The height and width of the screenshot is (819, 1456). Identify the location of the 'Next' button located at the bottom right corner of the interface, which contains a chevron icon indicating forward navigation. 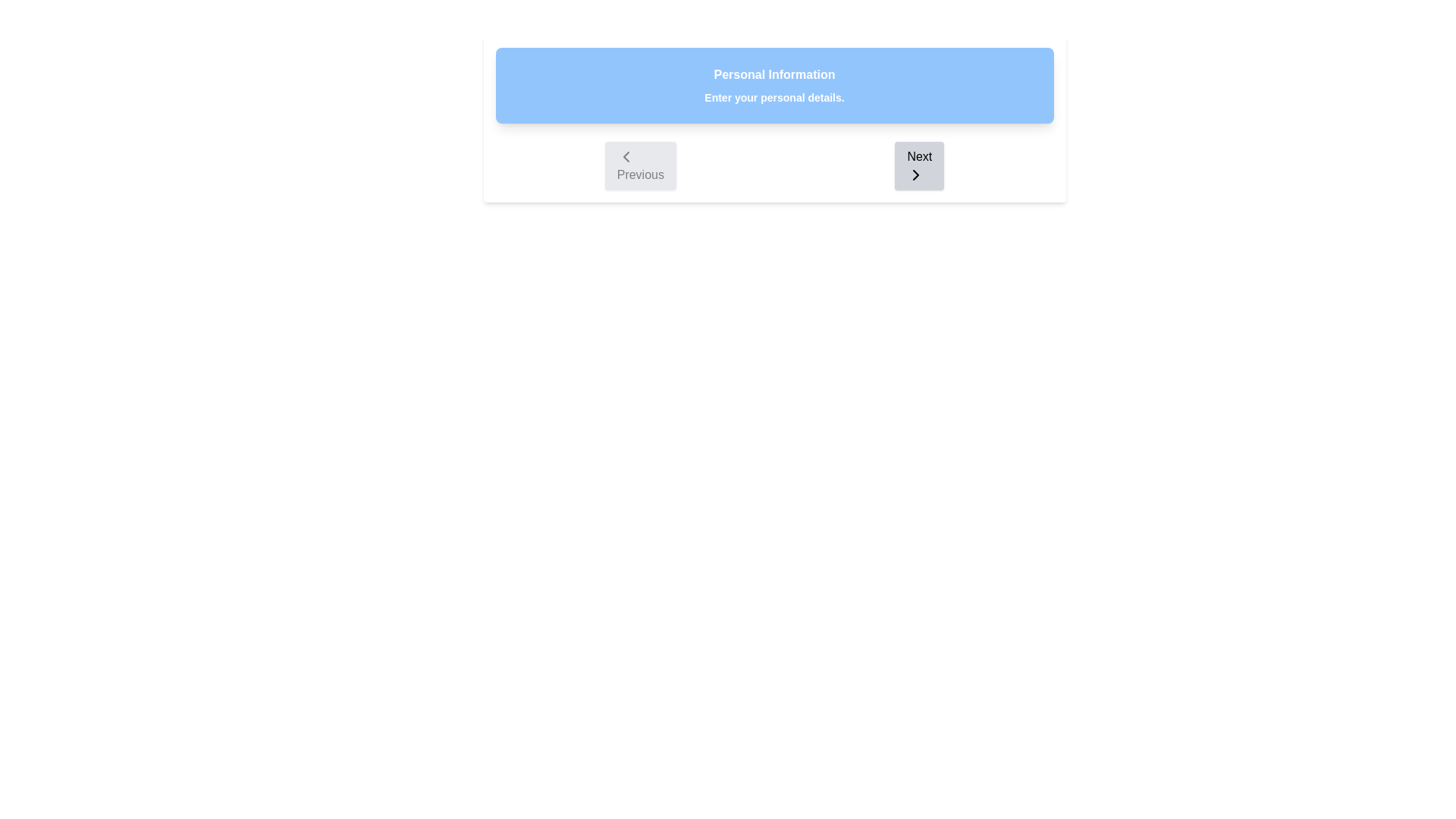
(915, 174).